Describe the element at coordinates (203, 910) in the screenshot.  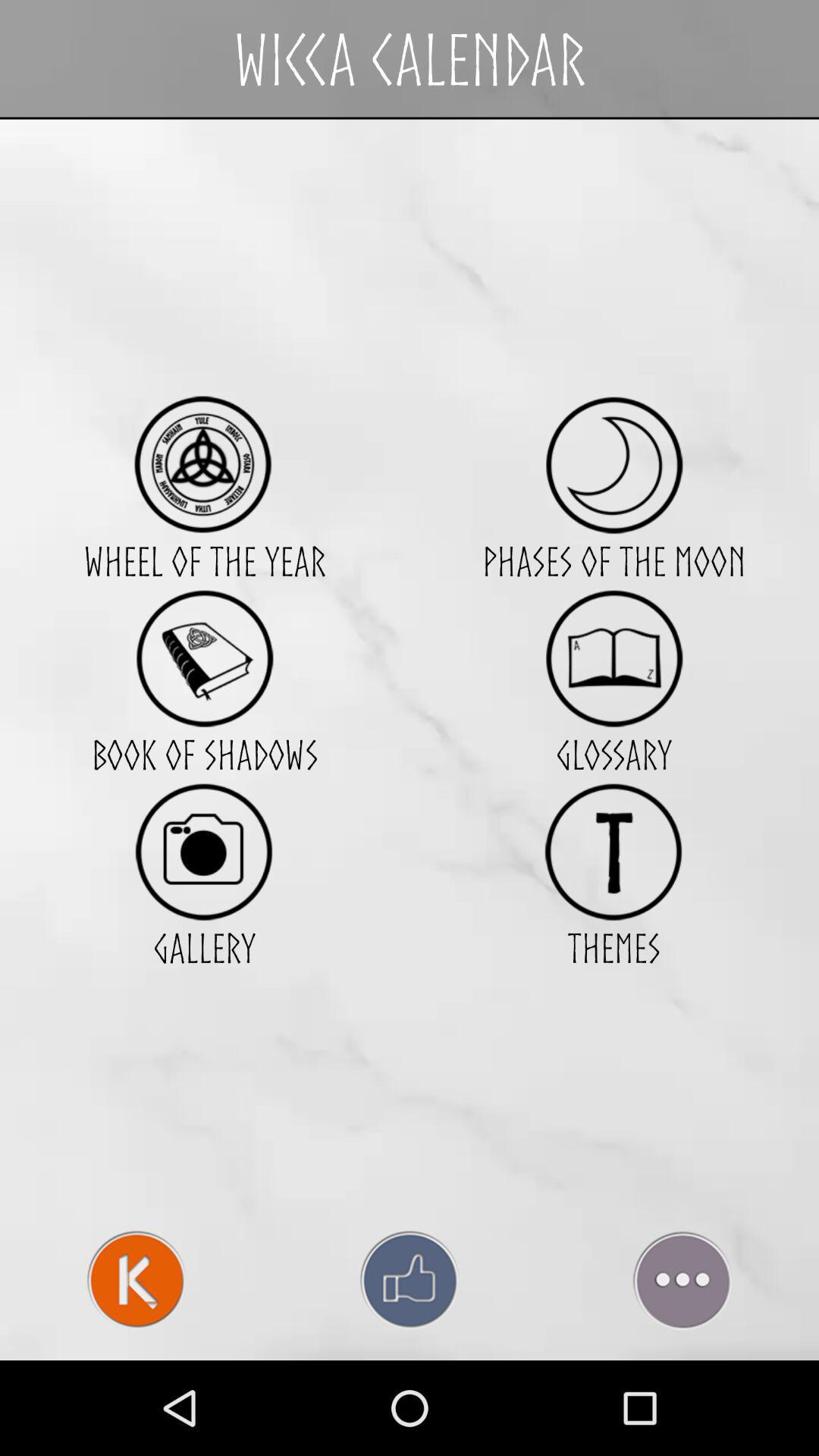
I see `the photo icon` at that location.